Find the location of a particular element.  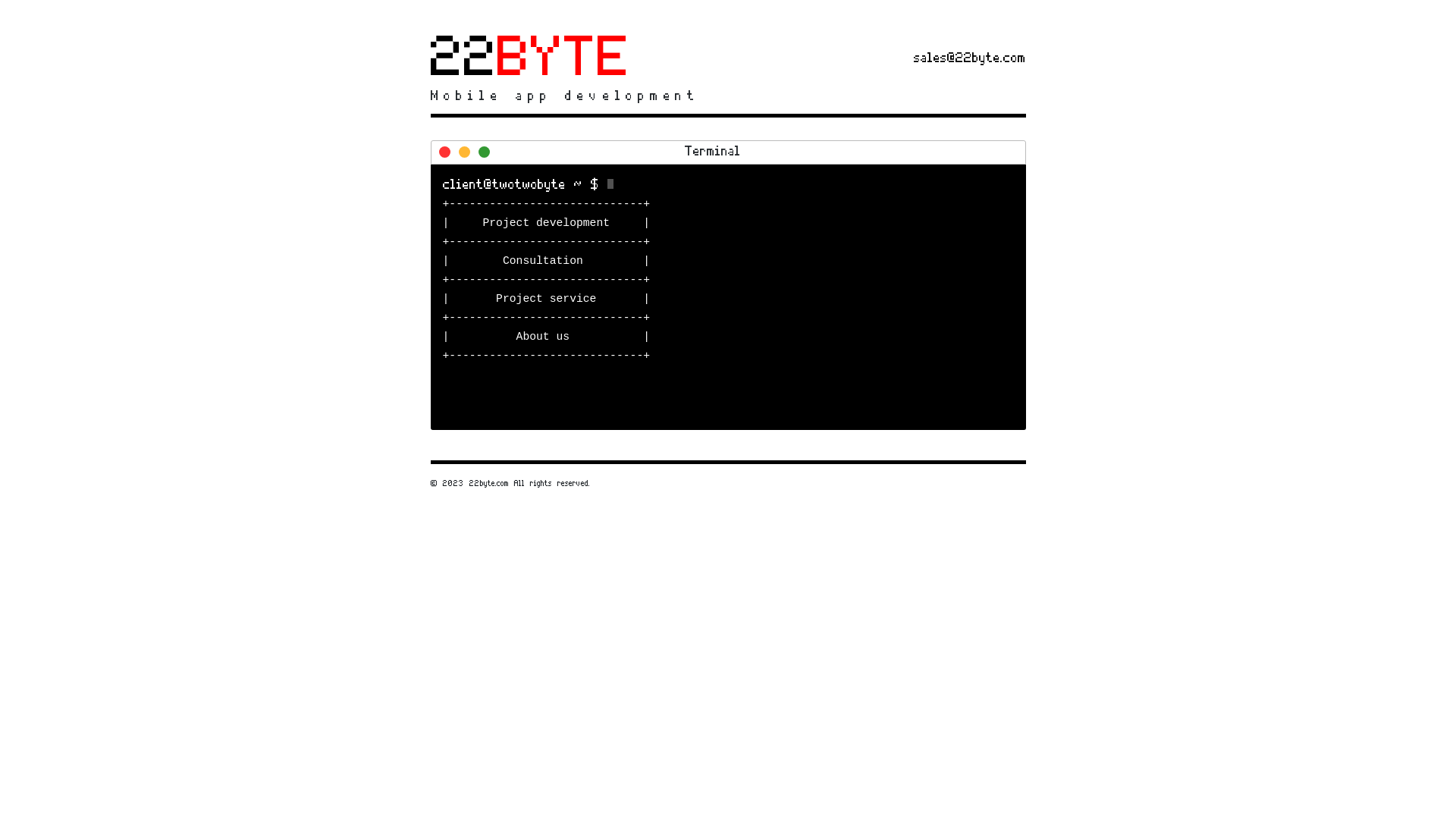

'22BYTE is located at coordinates (576, 63).